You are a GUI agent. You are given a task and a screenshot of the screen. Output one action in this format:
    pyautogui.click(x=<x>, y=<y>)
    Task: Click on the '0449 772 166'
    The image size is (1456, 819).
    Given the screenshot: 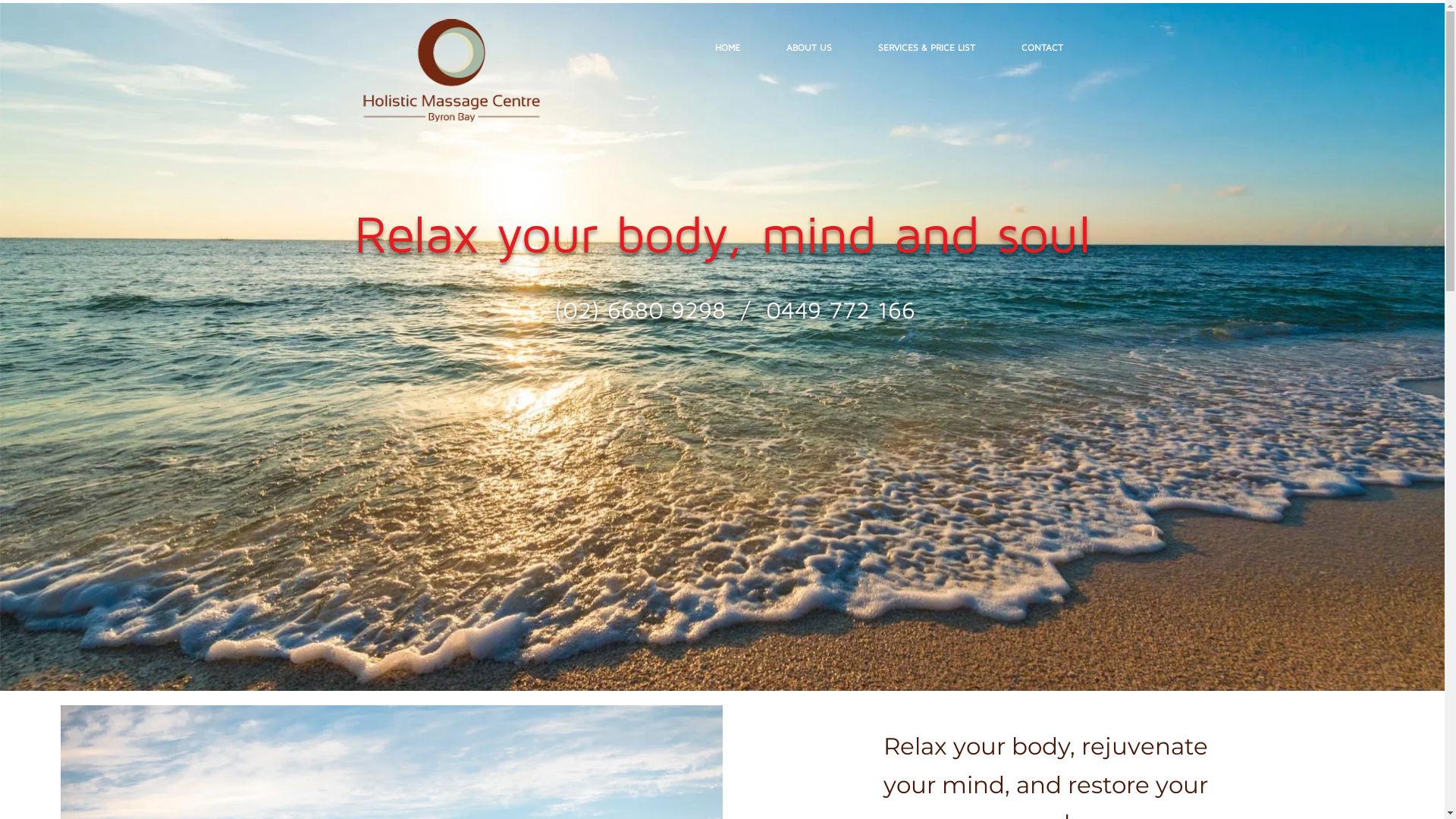 What is the action you would take?
    pyautogui.click(x=839, y=309)
    